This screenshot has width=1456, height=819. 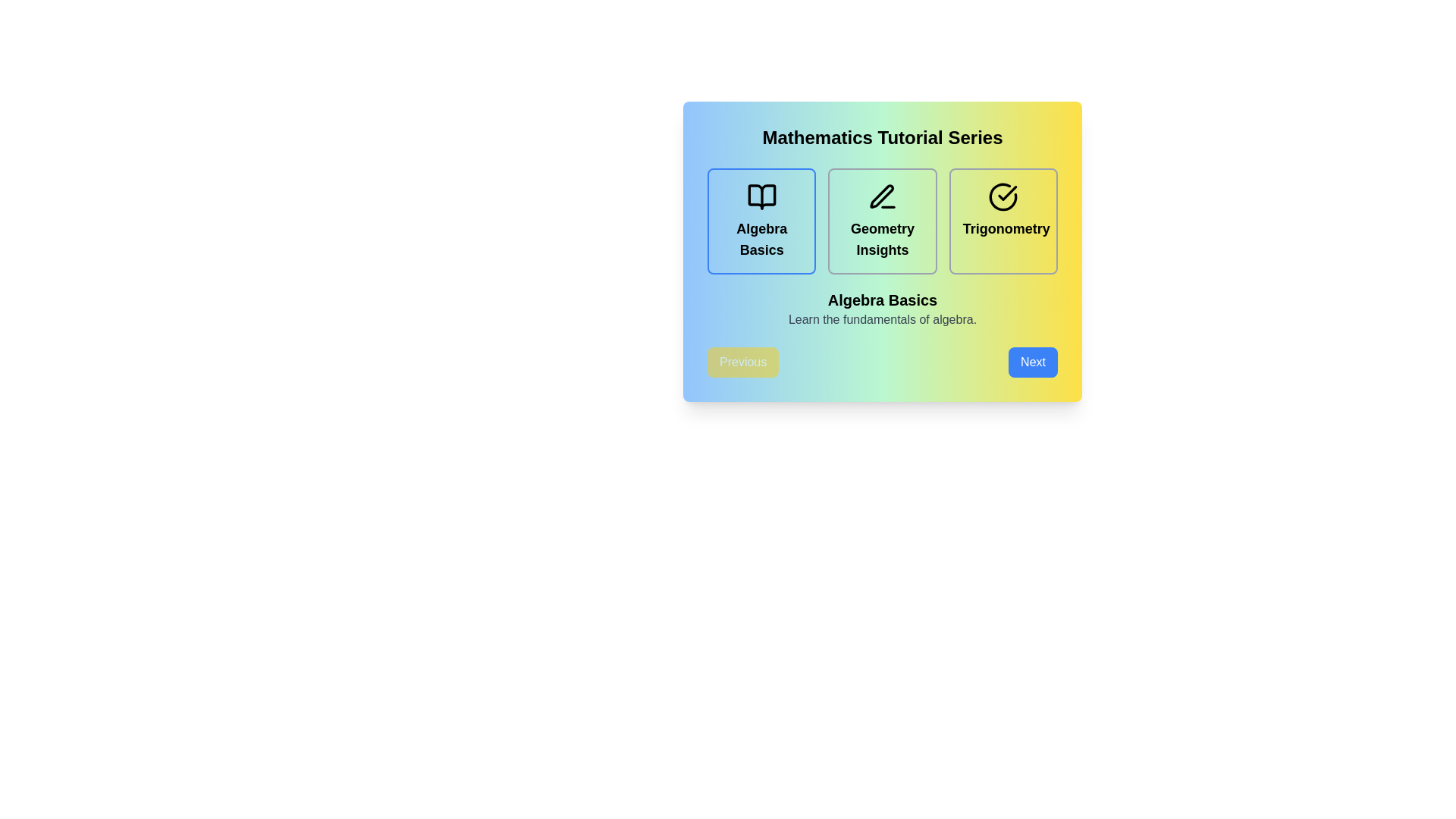 What do you see at coordinates (761, 221) in the screenshot?
I see `the lesson card corresponding to Algebra Basics to view its details` at bounding box center [761, 221].